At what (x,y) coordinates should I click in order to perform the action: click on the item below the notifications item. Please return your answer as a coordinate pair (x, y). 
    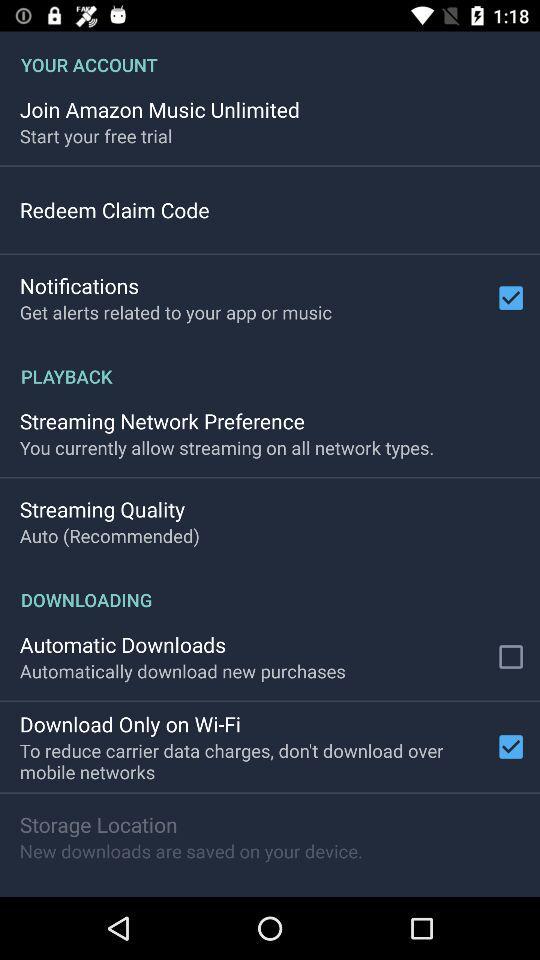
    Looking at the image, I should click on (176, 312).